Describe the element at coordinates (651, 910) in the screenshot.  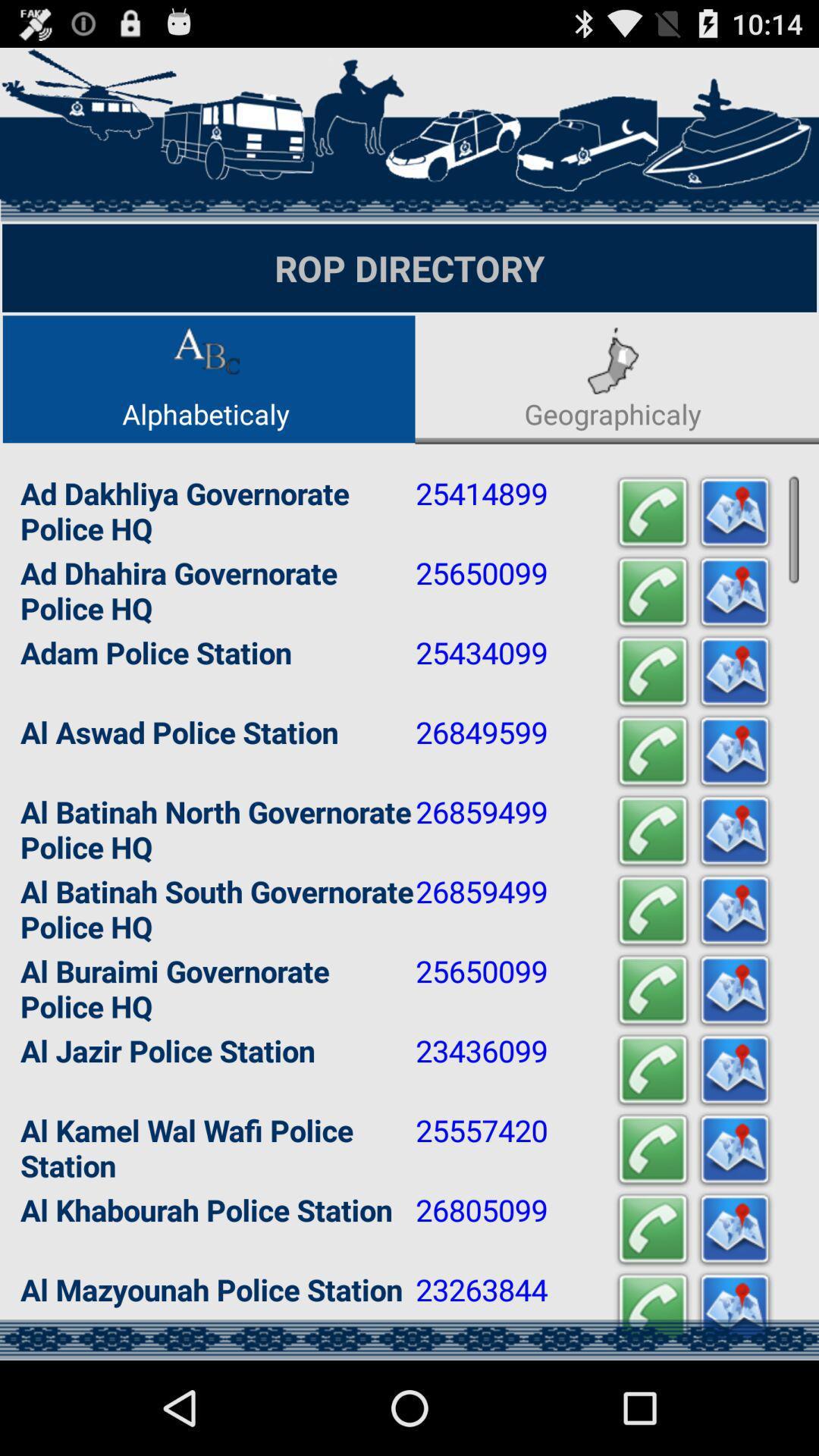
I see `call this number` at that location.